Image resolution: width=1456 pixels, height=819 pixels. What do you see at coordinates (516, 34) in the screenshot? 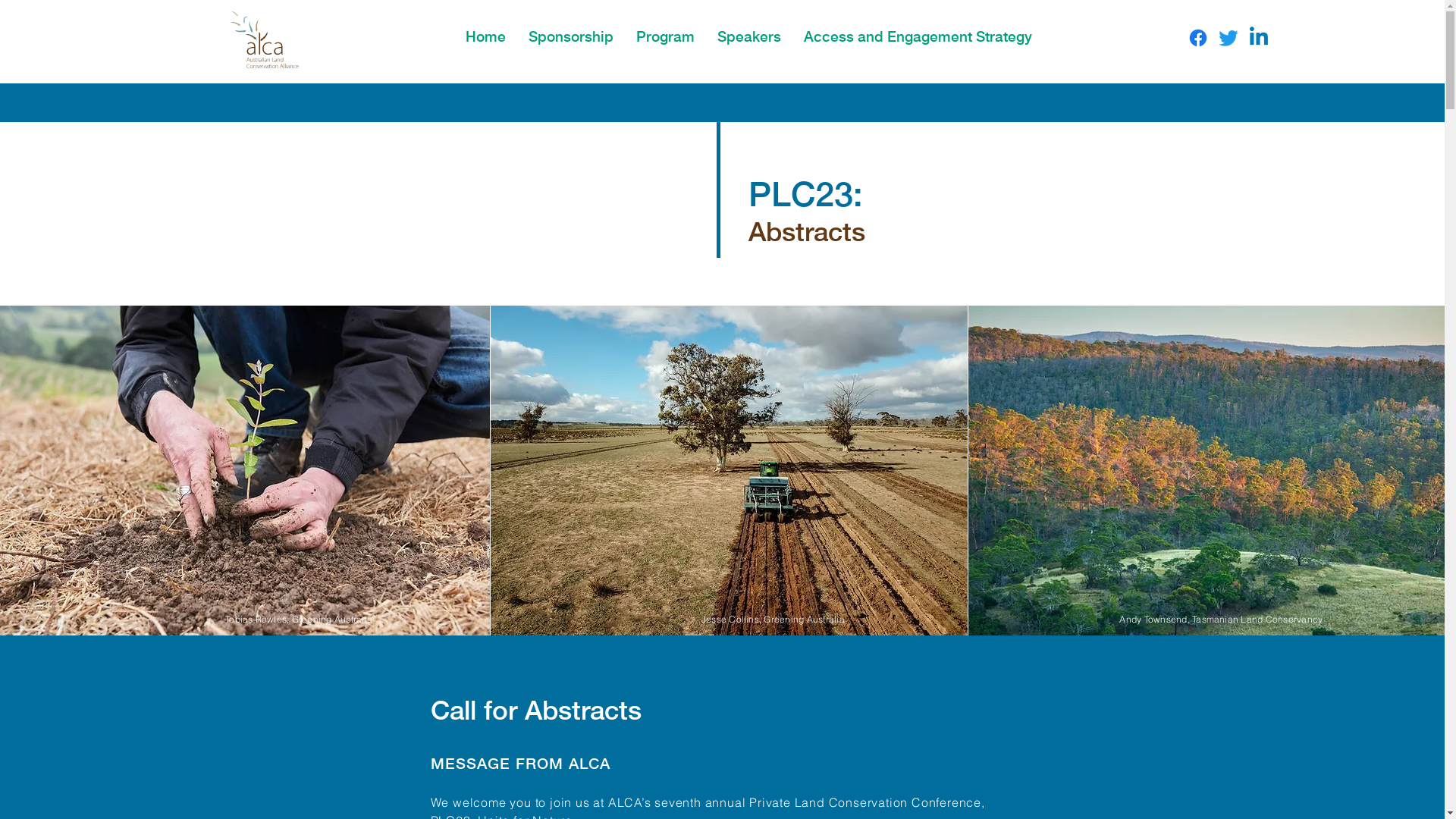
I see `'Sponsorship'` at bounding box center [516, 34].